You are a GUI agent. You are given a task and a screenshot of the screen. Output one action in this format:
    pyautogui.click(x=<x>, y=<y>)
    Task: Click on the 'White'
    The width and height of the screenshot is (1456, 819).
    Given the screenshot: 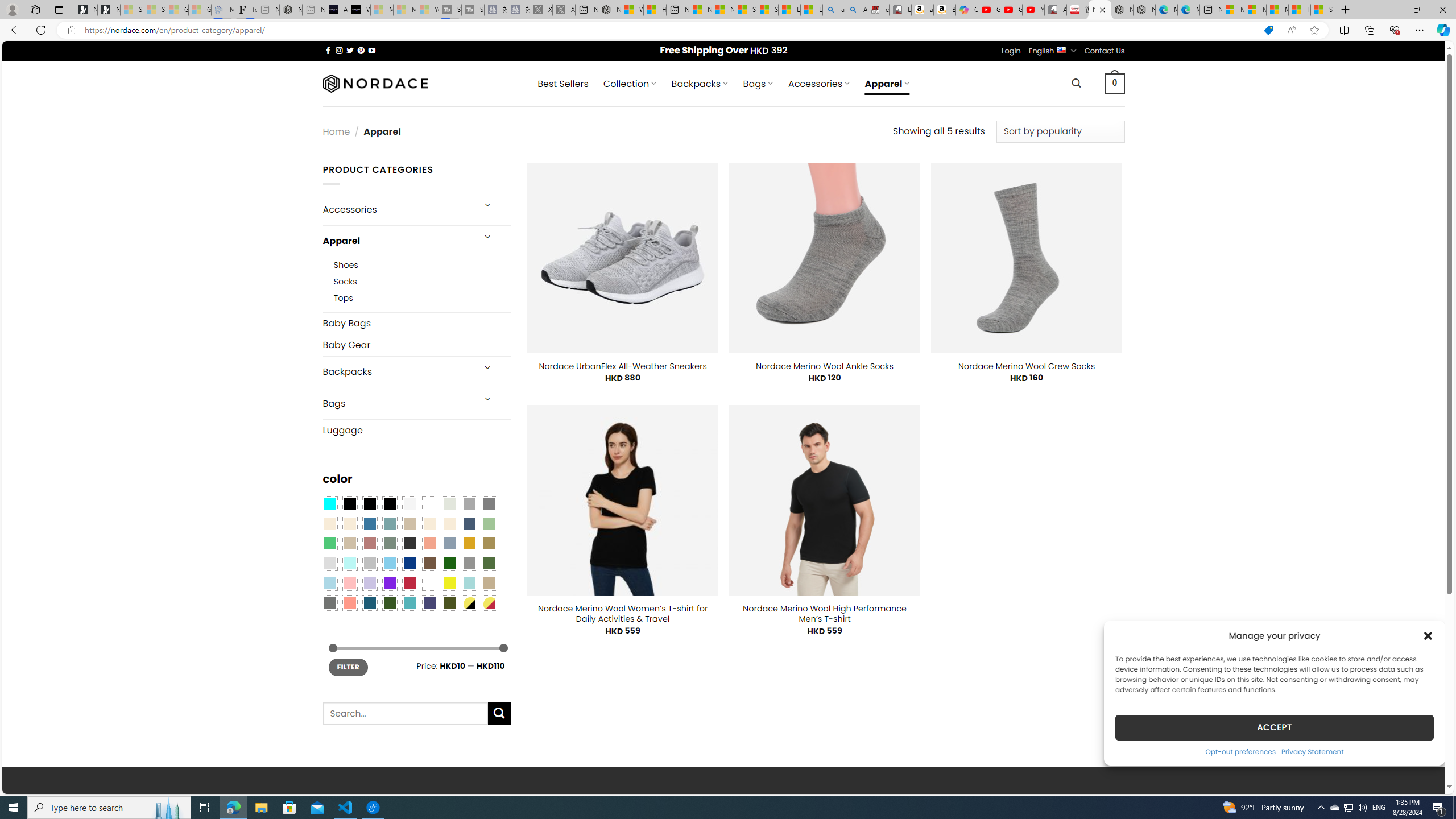 What is the action you would take?
    pyautogui.click(x=429, y=583)
    